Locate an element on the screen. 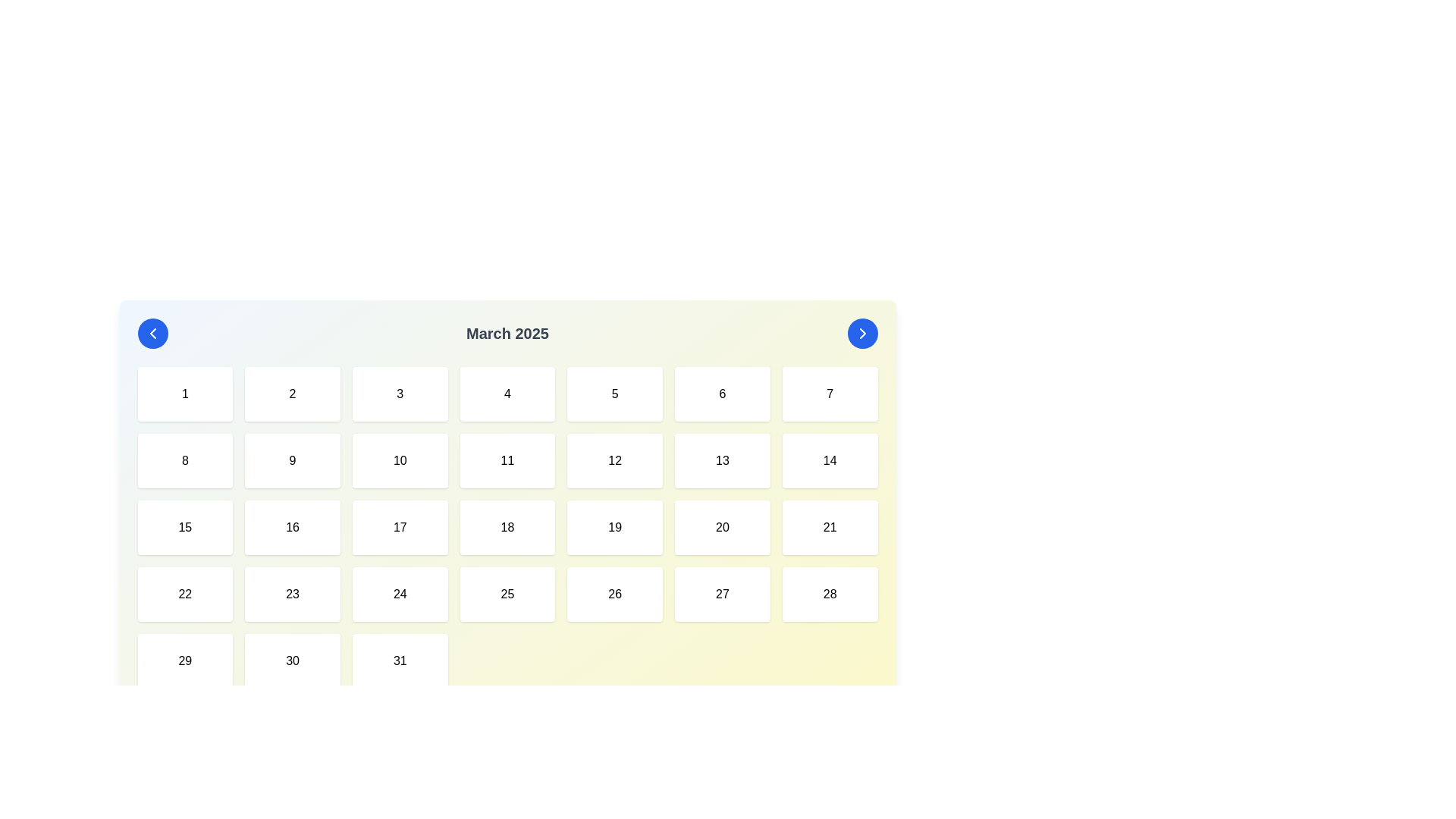 The image size is (1456, 819). the date selector element representing the date in the sixth row and seventh column of the calendar grid is located at coordinates (721, 593).